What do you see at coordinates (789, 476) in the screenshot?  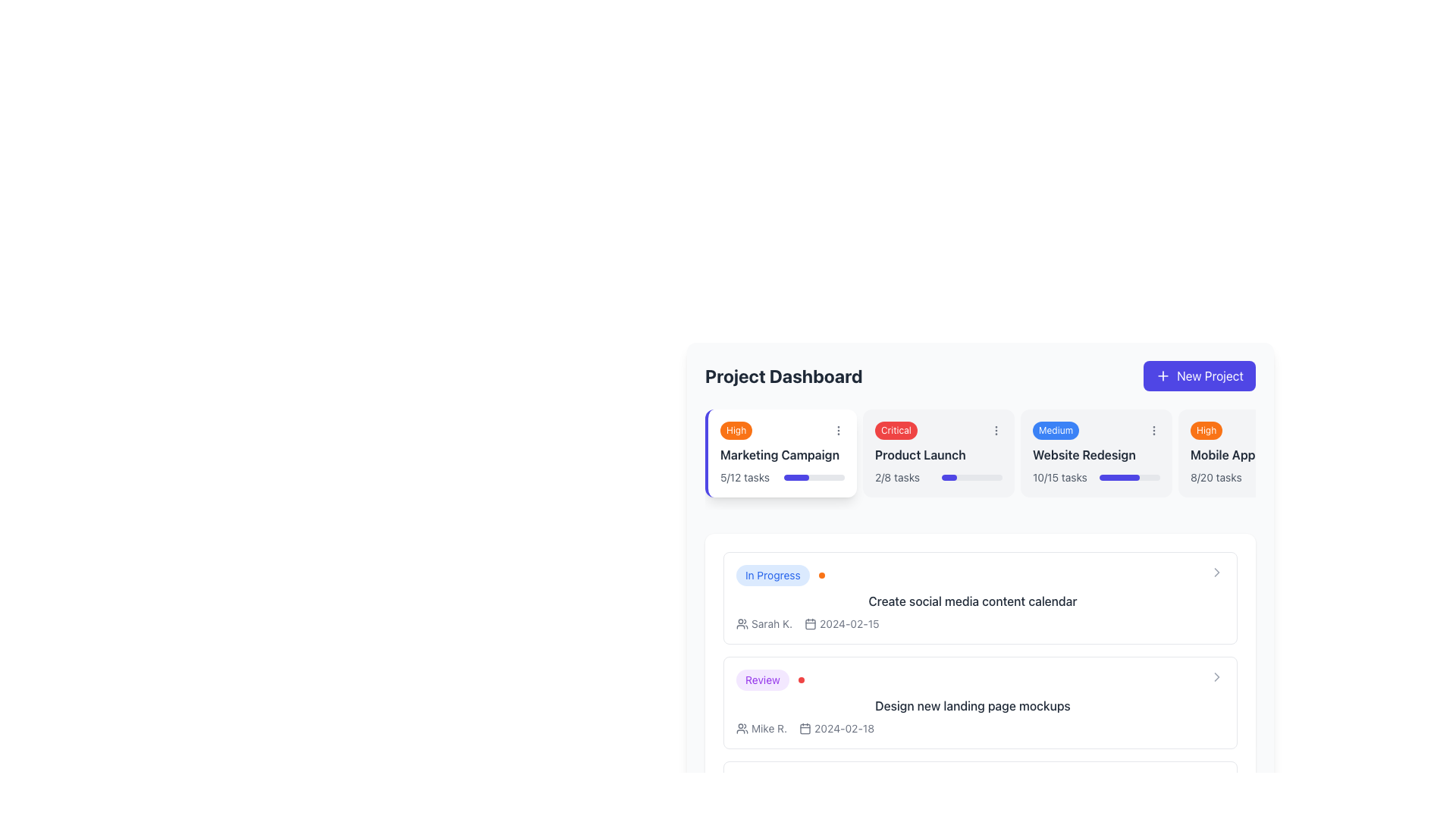 I see `progress on the bar` at bounding box center [789, 476].